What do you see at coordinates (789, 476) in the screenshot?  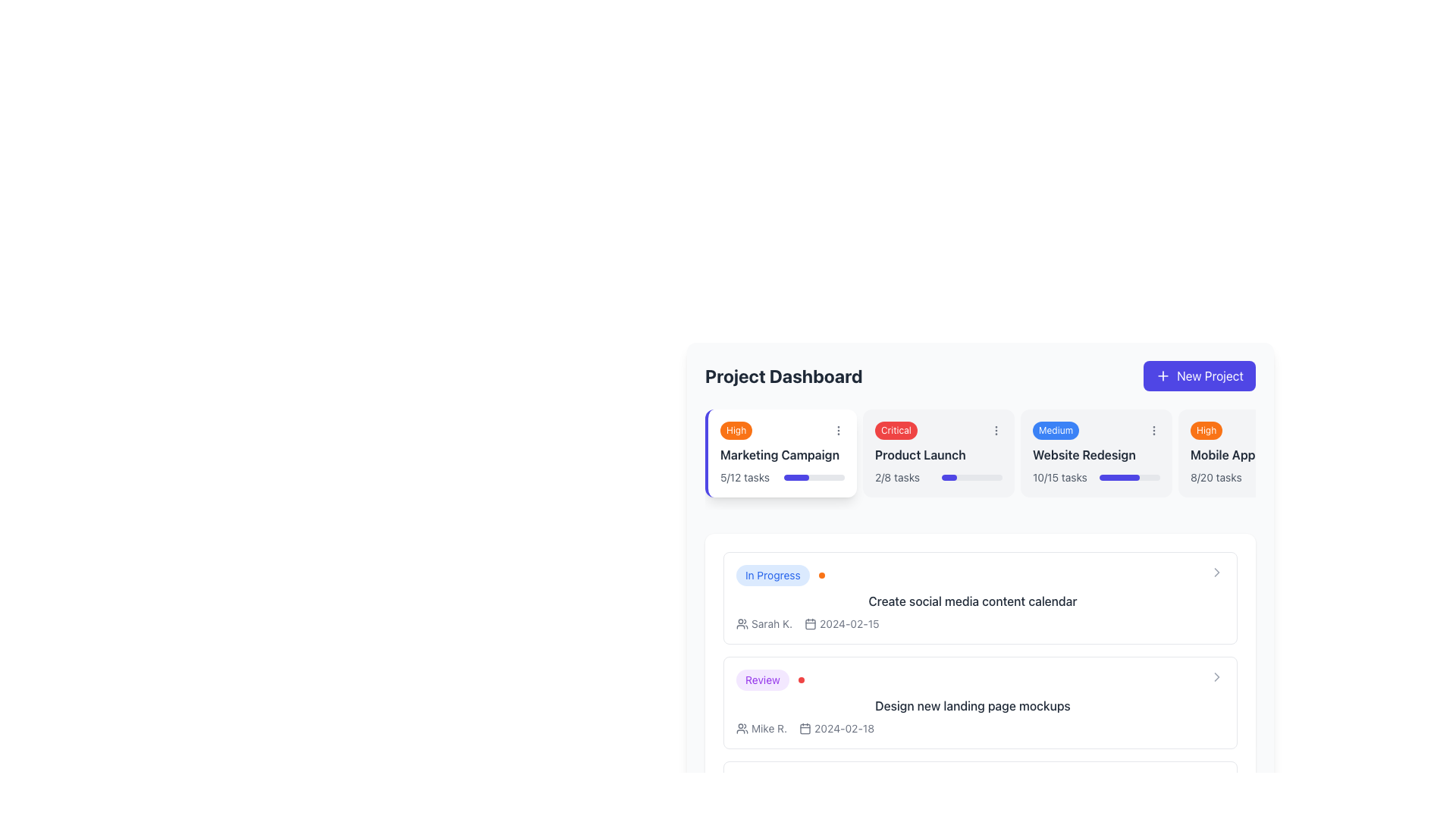 I see `progress on the bar` at bounding box center [789, 476].